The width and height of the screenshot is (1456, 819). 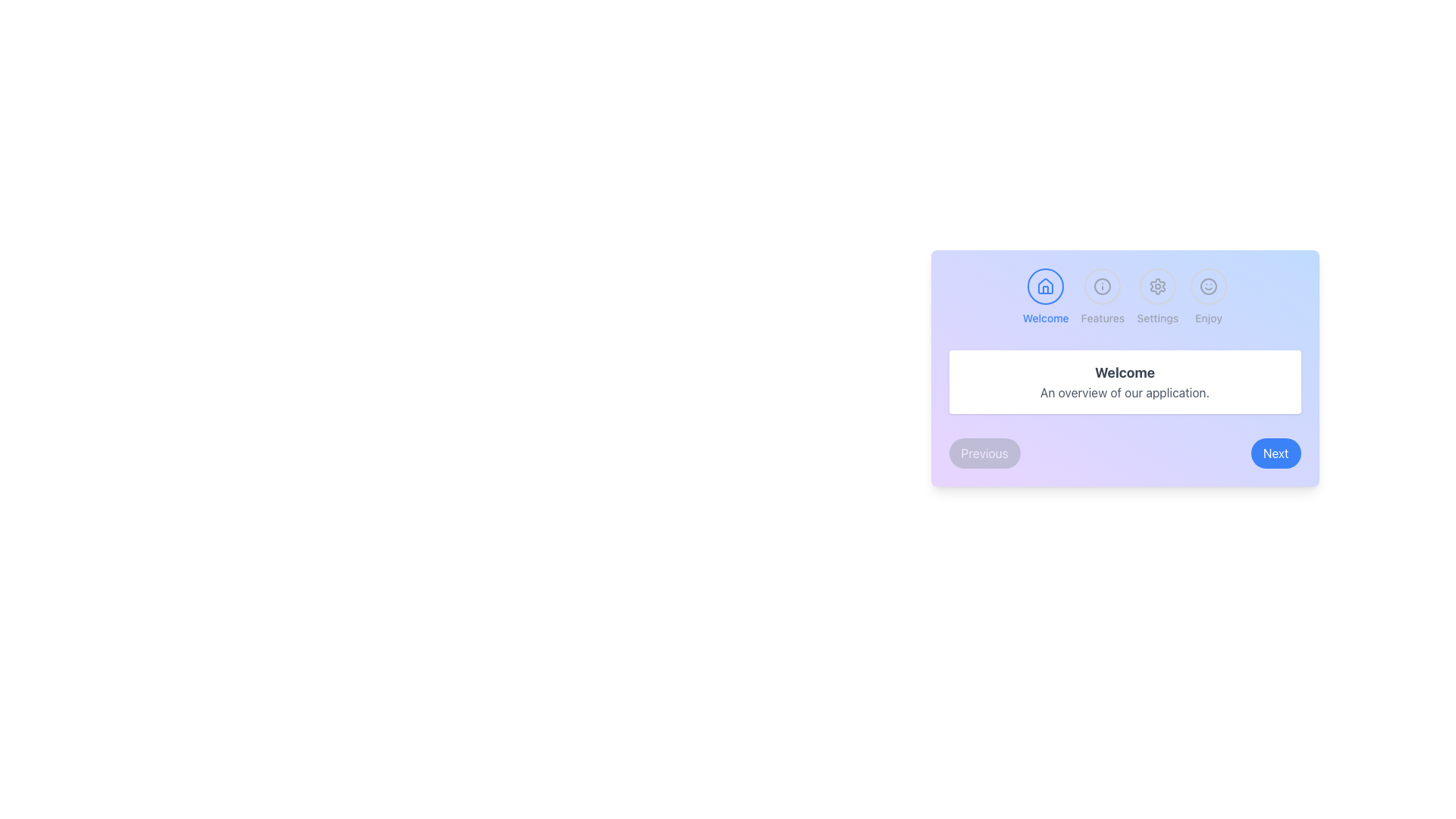 I want to click on the static text label that serves as a visual descriptor for the associated smiling face icon, positioned below it and aligned with similar elements, so click(x=1208, y=318).